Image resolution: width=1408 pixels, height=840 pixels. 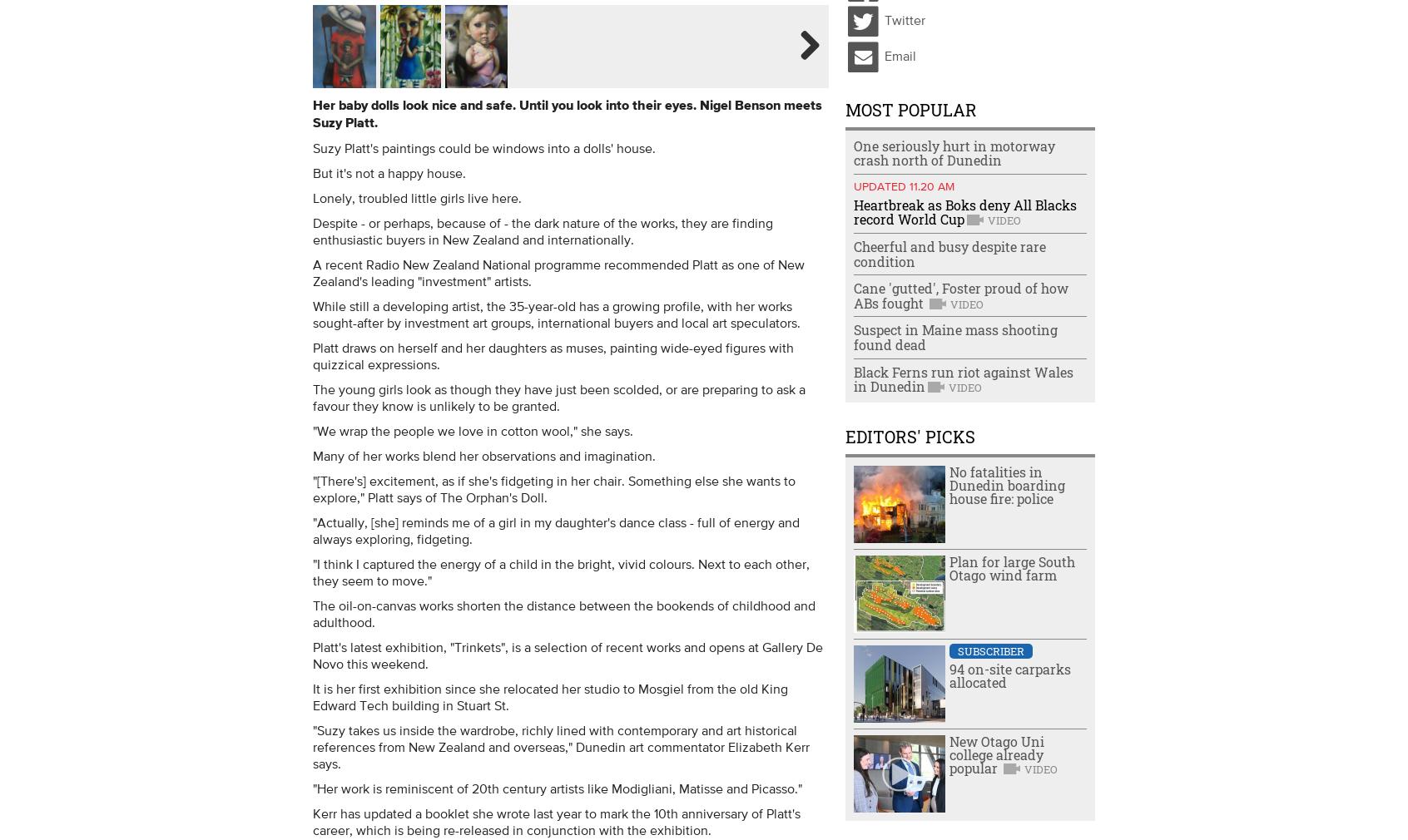 What do you see at coordinates (561, 746) in the screenshot?
I see `'"Suzy takes us inside the wardrobe, richly lined with contemporary and art historical references from New Zealand and overseas," Dunedin art commentator Elizabeth Kerr says.'` at bounding box center [561, 746].